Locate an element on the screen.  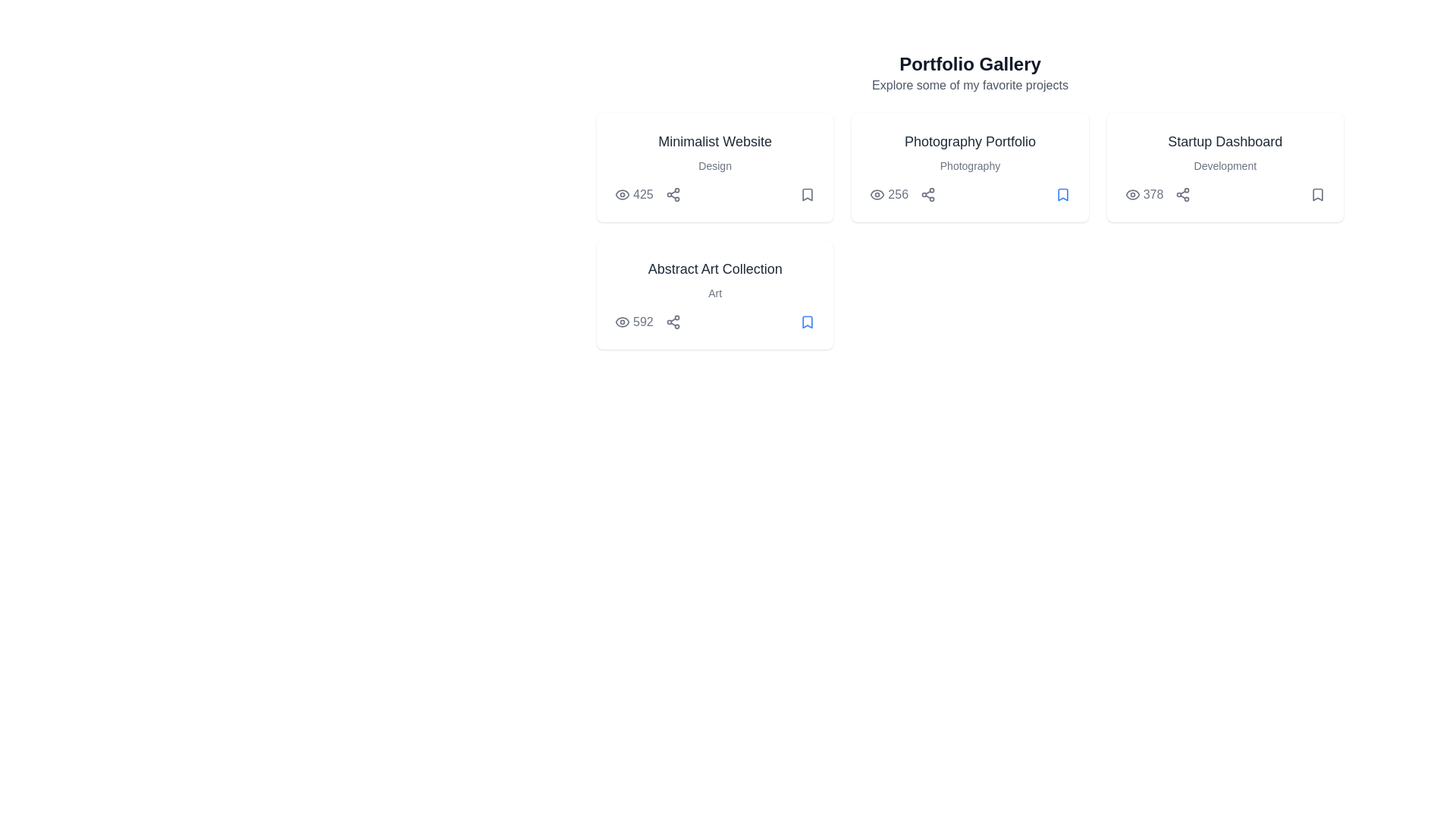
the gray stroke bookmark icon located in the bottom-right corner of the first card titled 'Minimalist Website' in the portfolio gallery is located at coordinates (807, 194).